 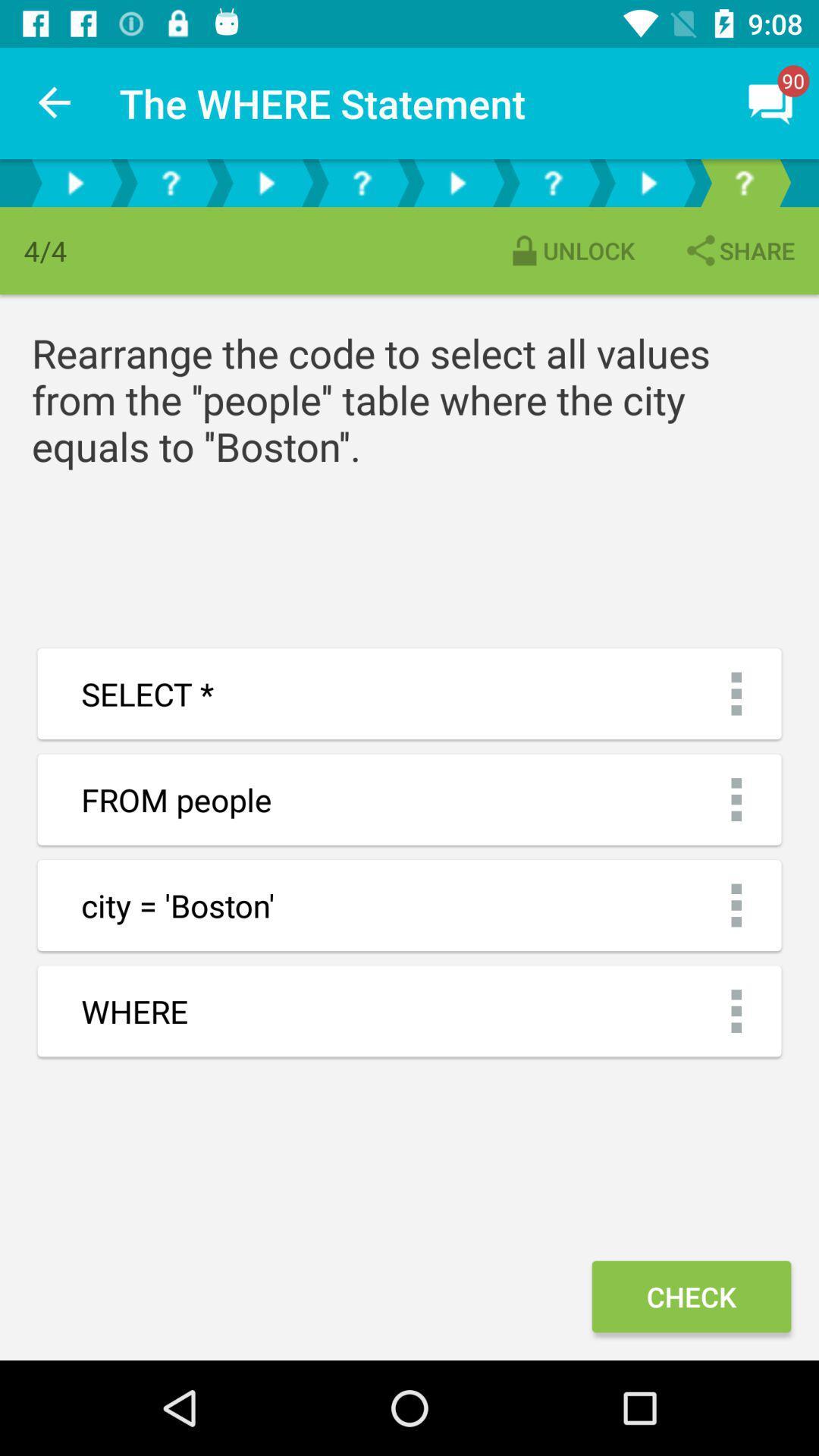 I want to click on item next to share, so click(x=570, y=250).